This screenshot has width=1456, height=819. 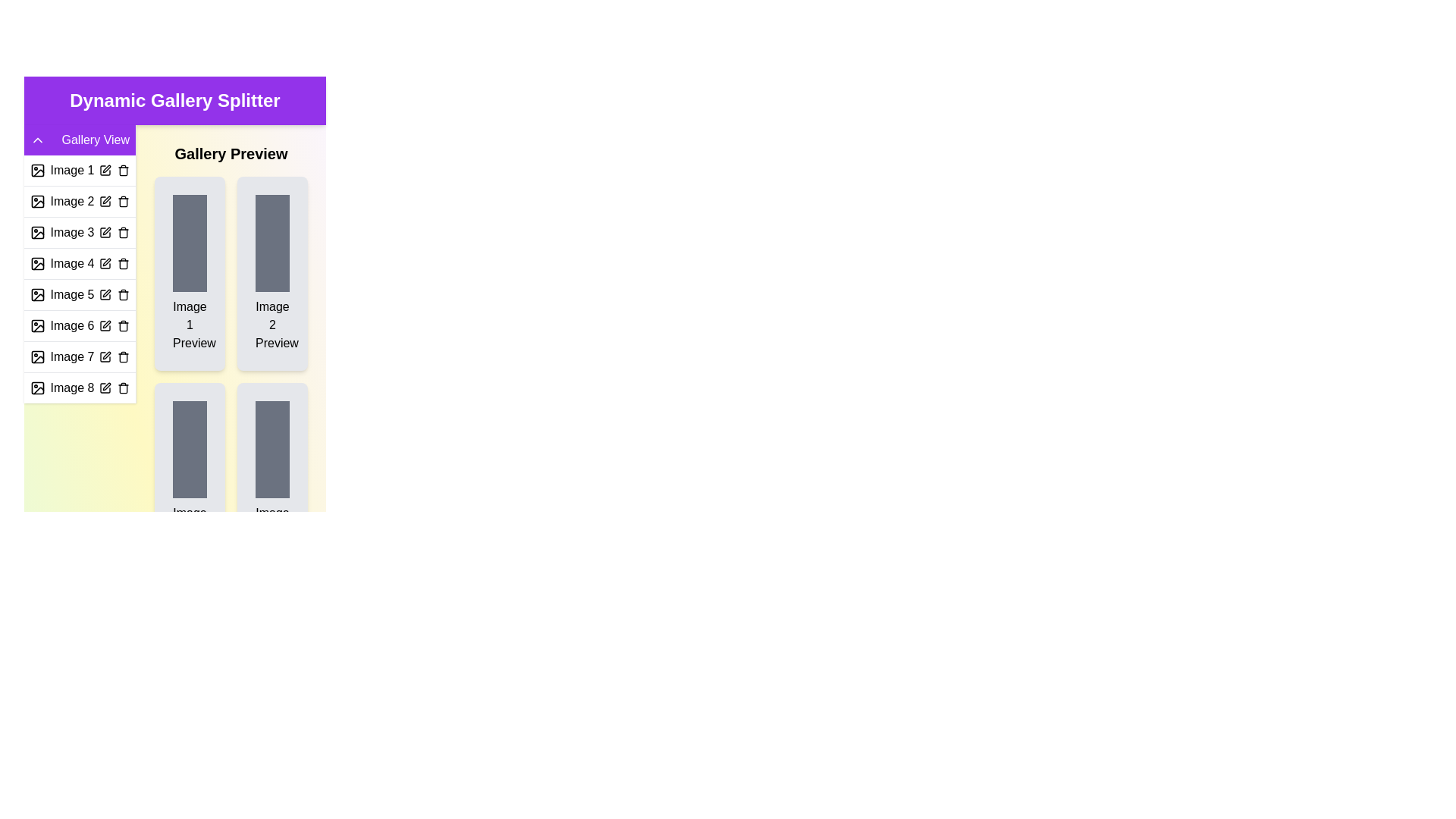 I want to click on the trash can icon button associated with 'Image 5', so click(x=124, y=295).